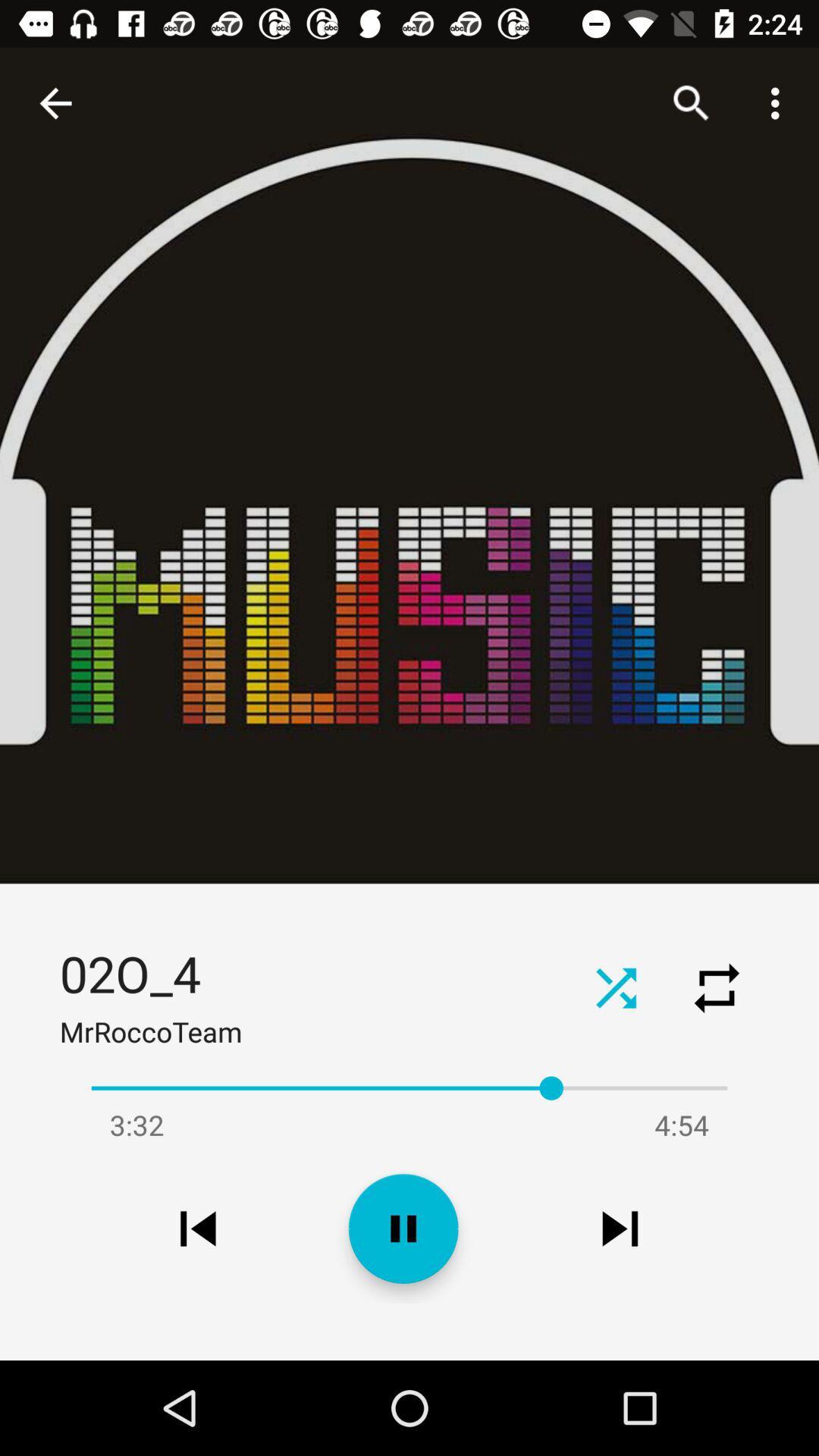 The width and height of the screenshot is (819, 1456). What do you see at coordinates (620, 1228) in the screenshot?
I see `the item below the 4:54 icon` at bounding box center [620, 1228].